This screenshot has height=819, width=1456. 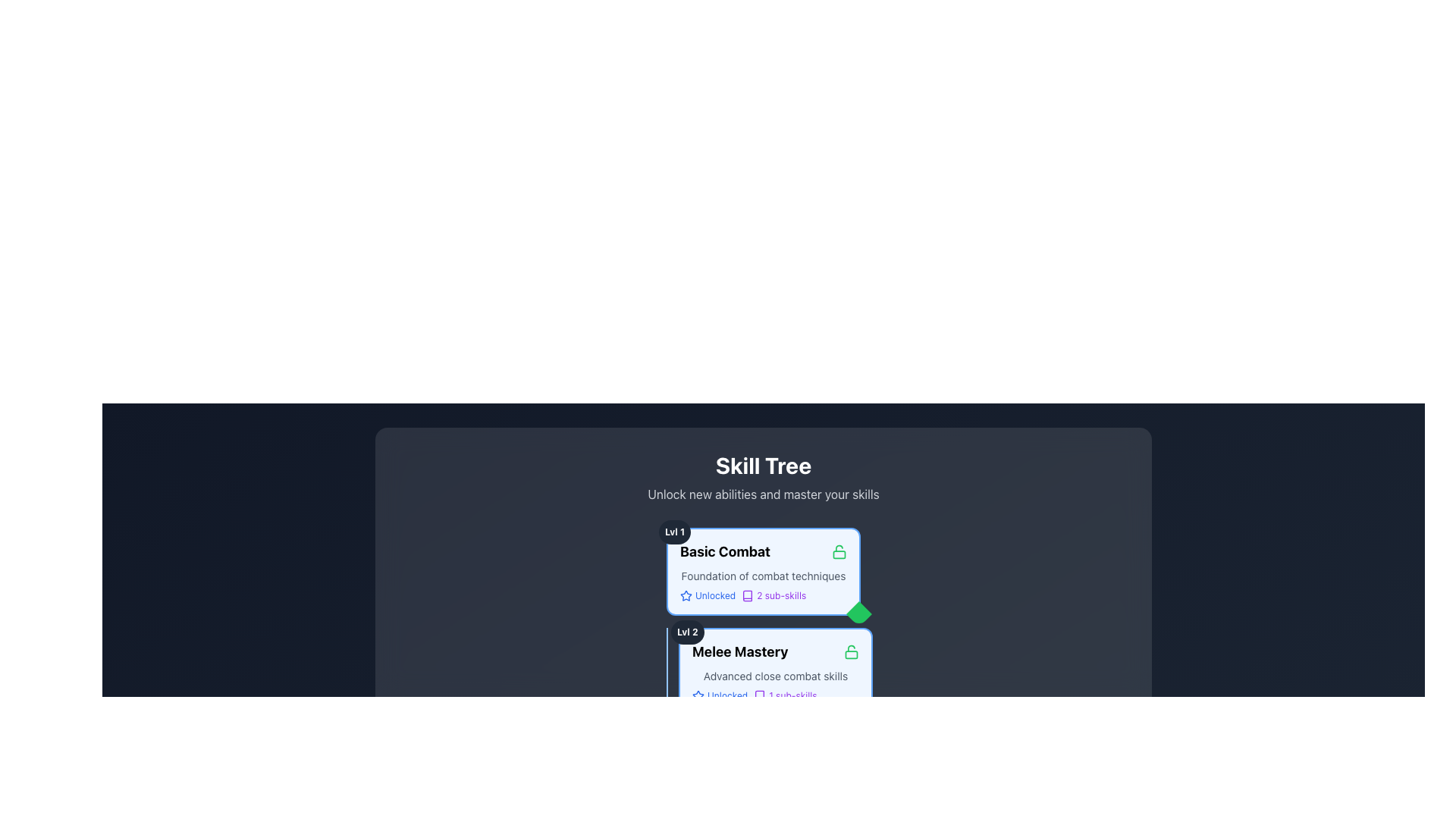 I want to click on the bold text label displaying 'Basic Combat', so click(x=724, y=552).